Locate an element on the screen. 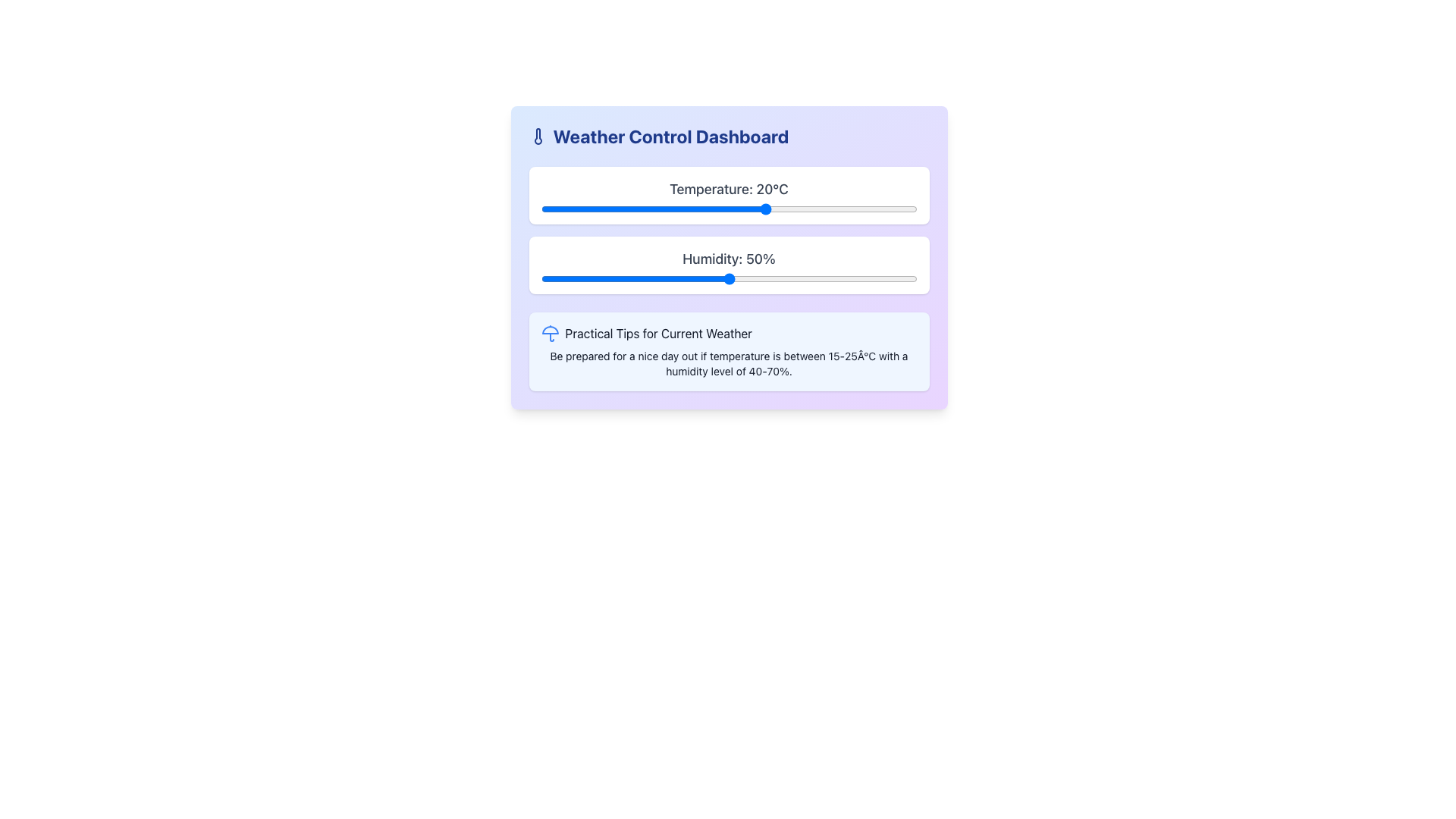 The image size is (1456, 819). the Header text with accompanying icon, which serves as the title for the dashboard is located at coordinates (729, 136).